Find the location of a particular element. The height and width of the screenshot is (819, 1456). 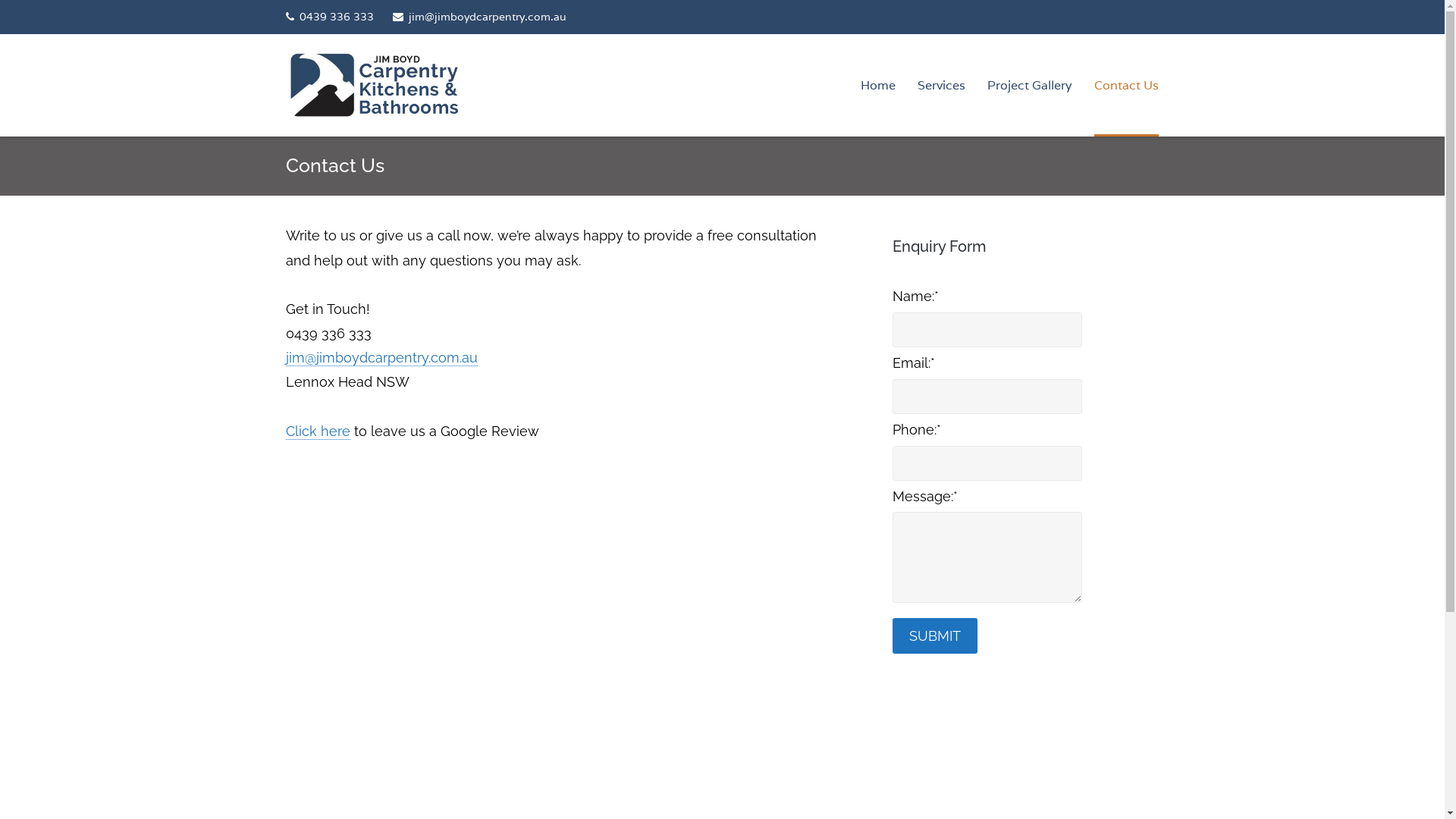

'Skip to content' is located at coordinates (0, 0).